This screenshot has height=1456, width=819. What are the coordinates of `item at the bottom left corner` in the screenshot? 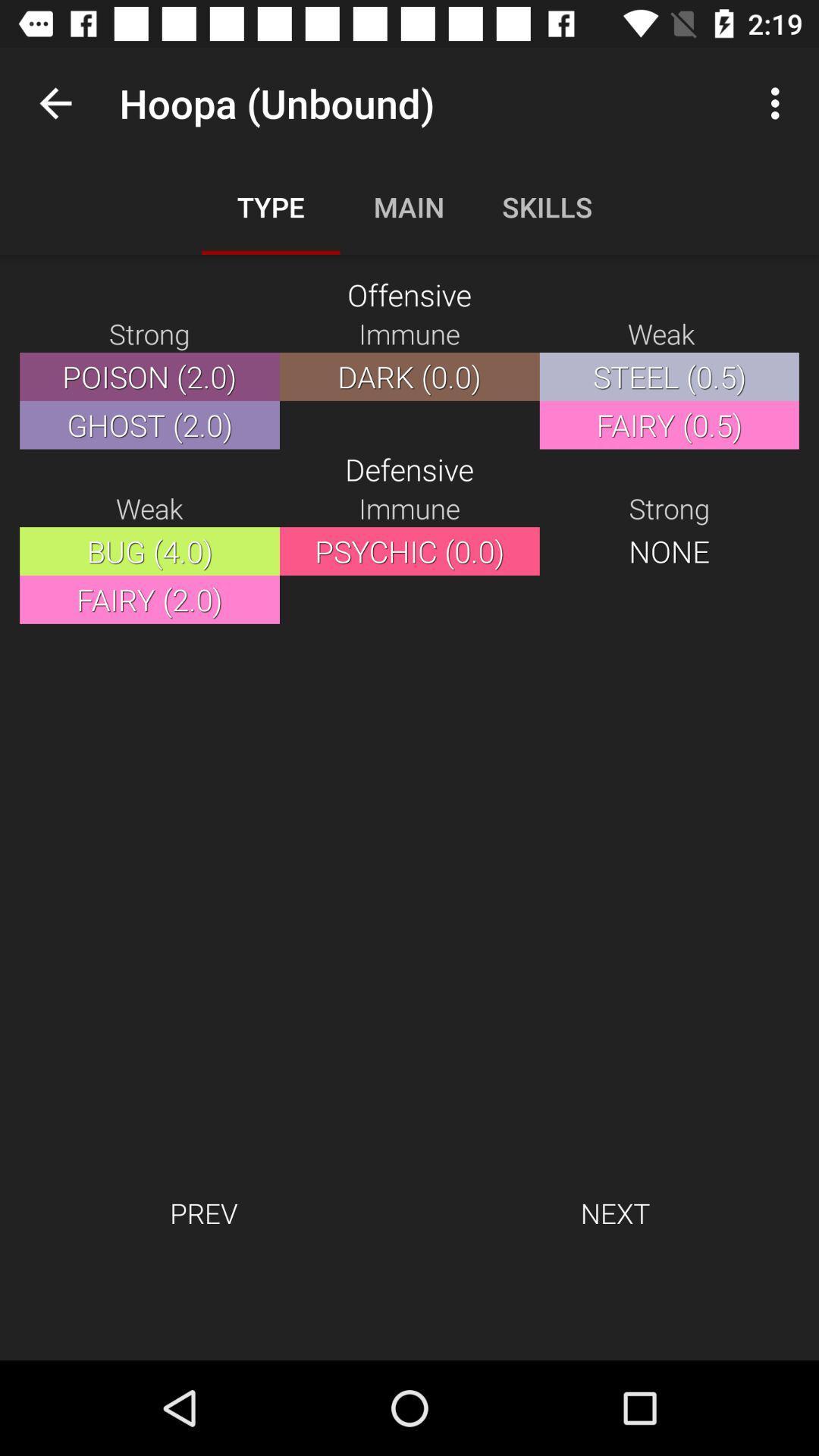 It's located at (202, 1212).